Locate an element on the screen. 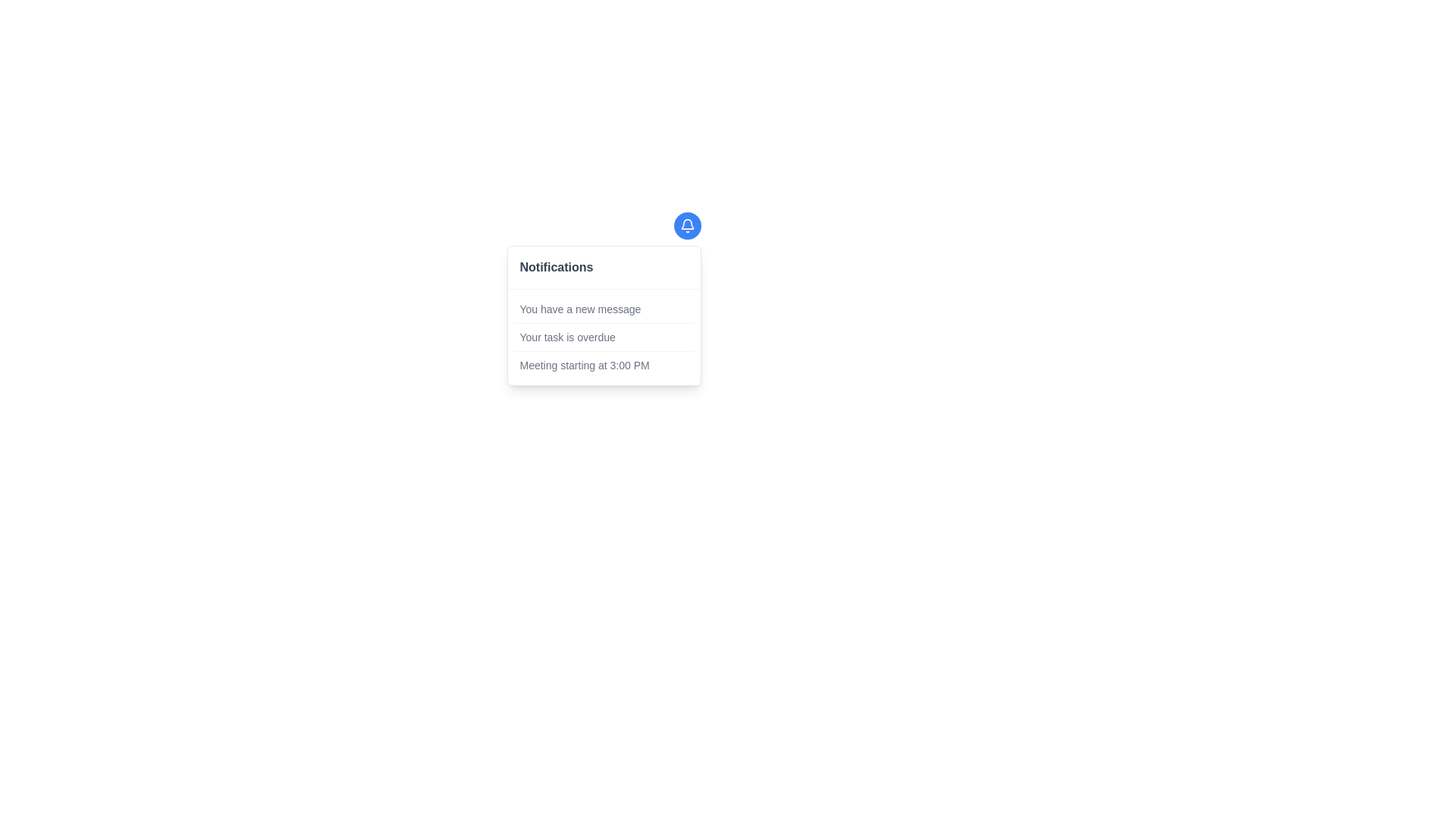 Image resolution: width=1456 pixels, height=819 pixels. the text label displaying 'You have a new message', which is the first item in the notifications dropdown list is located at coordinates (603, 309).